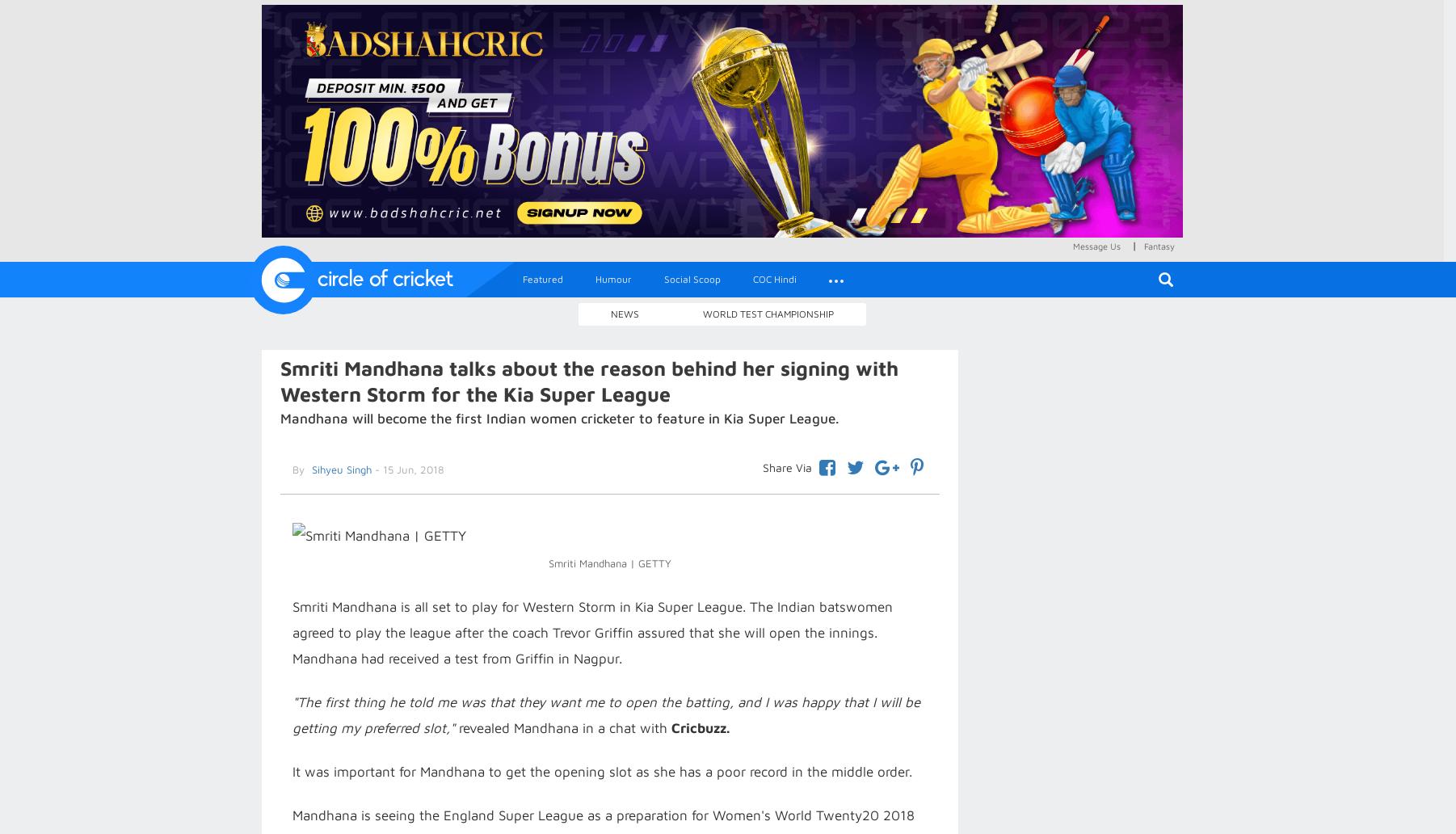  What do you see at coordinates (1096, 246) in the screenshot?
I see `'Message Us'` at bounding box center [1096, 246].